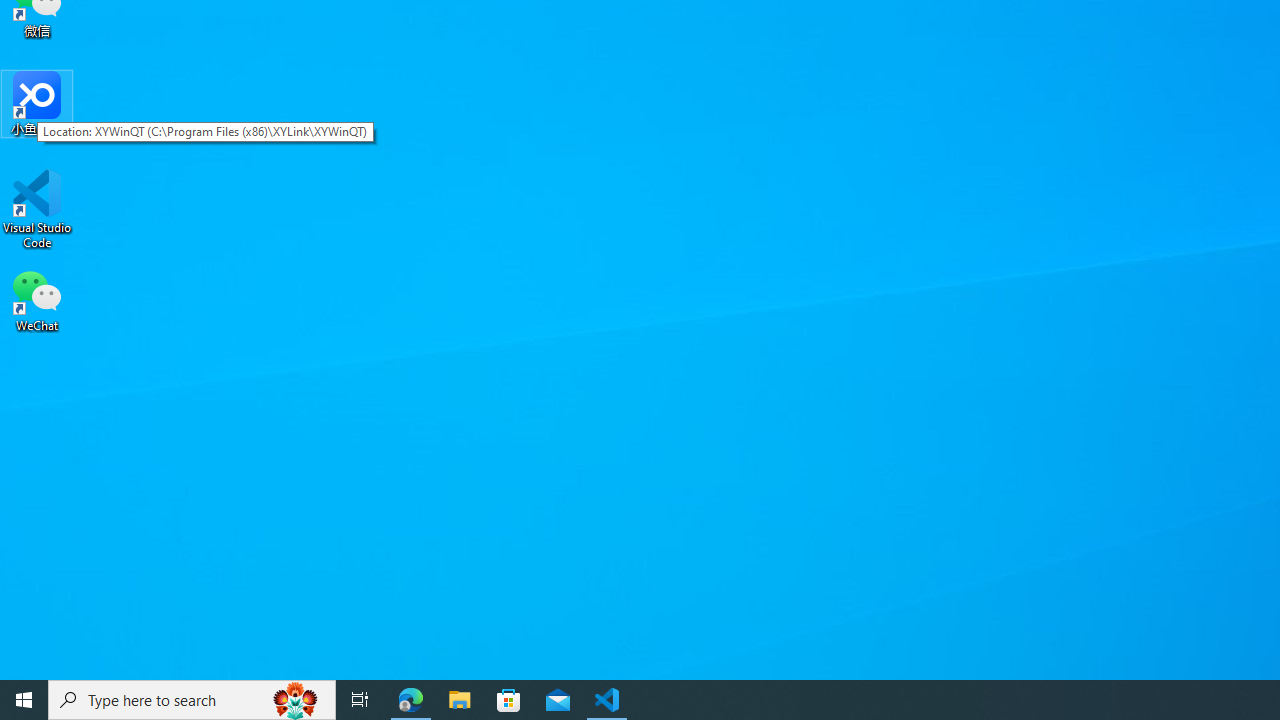  Describe the element at coordinates (509, 698) in the screenshot. I see `'Microsoft Store'` at that location.